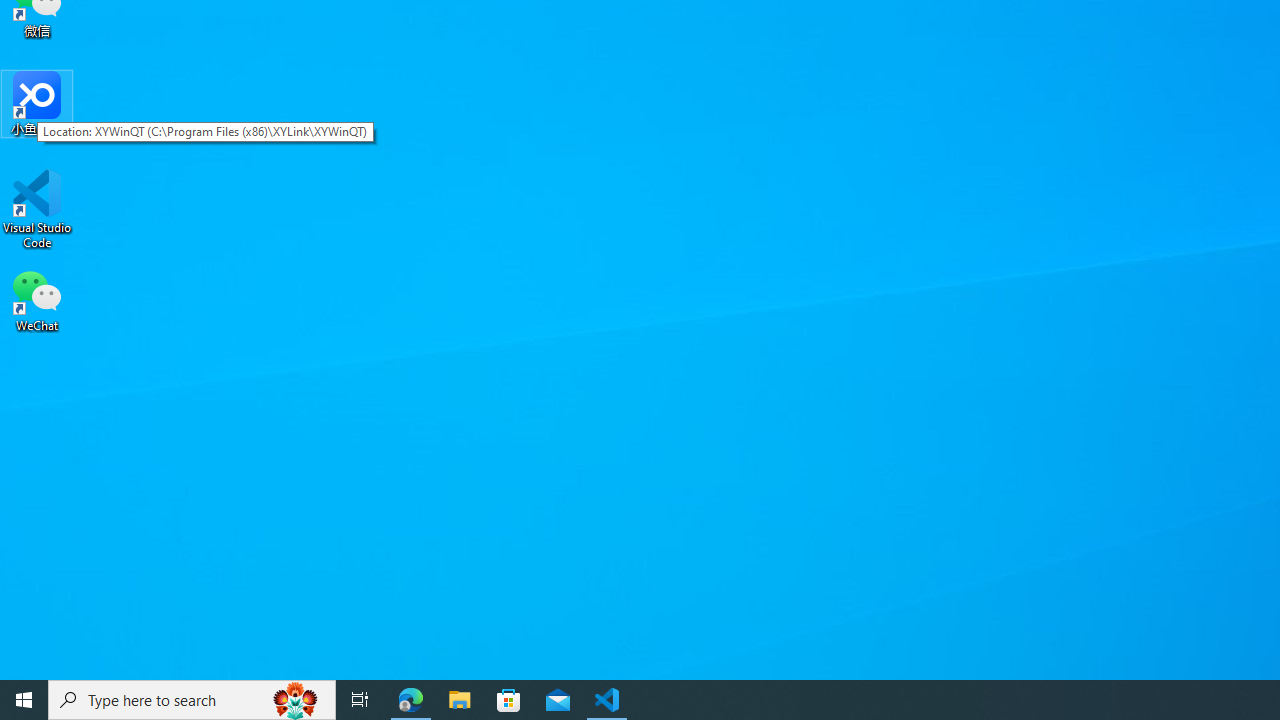  Describe the element at coordinates (509, 698) in the screenshot. I see `'Microsoft Store'` at that location.